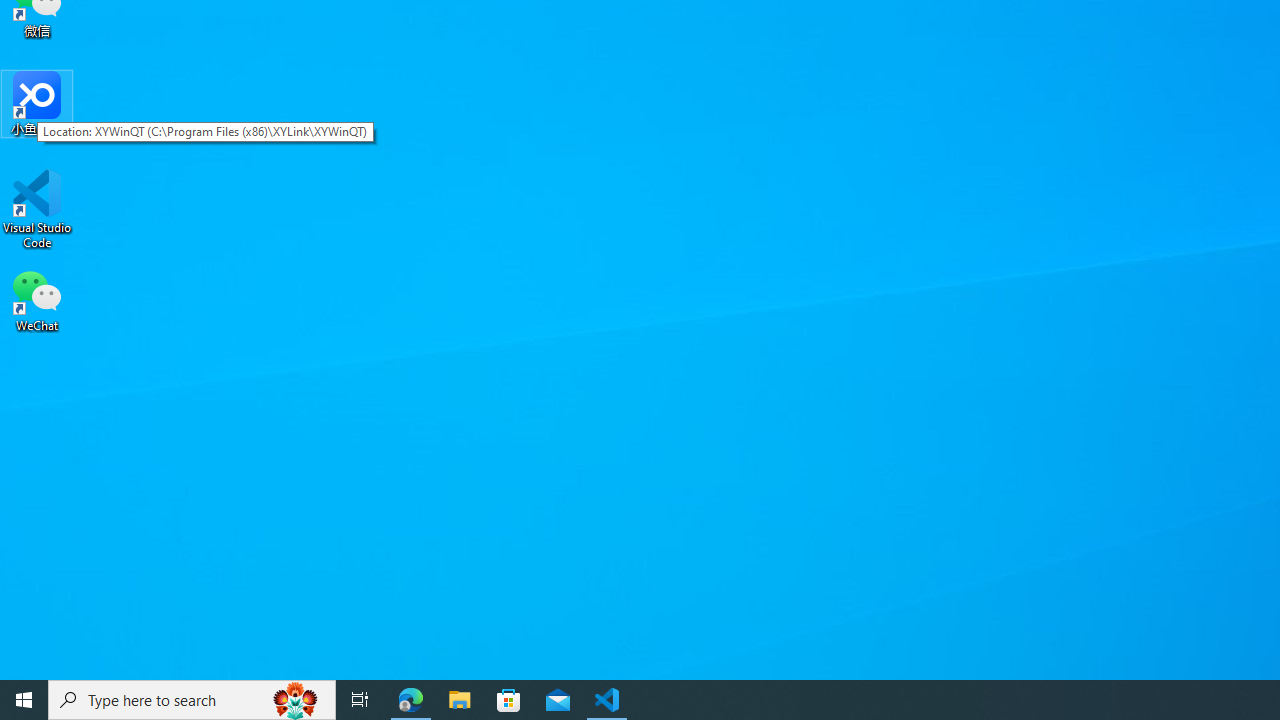  Describe the element at coordinates (509, 698) in the screenshot. I see `'Microsoft Store'` at that location.